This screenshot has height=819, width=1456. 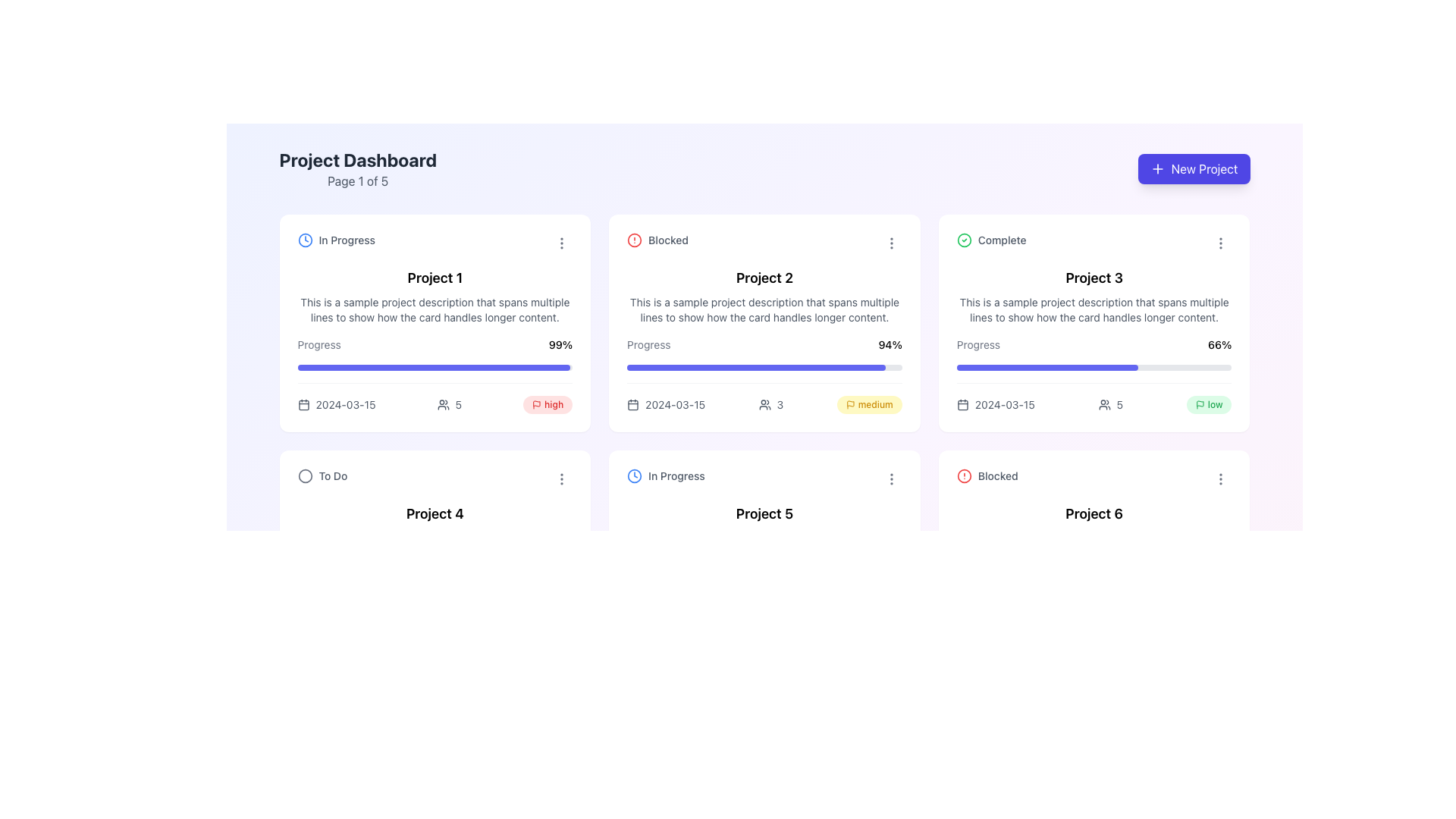 What do you see at coordinates (346, 239) in the screenshot?
I see `the text label 'In Progress' which is styled in gray color and positioned within the 'Project 1' card, alongside a clock icon` at bounding box center [346, 239].